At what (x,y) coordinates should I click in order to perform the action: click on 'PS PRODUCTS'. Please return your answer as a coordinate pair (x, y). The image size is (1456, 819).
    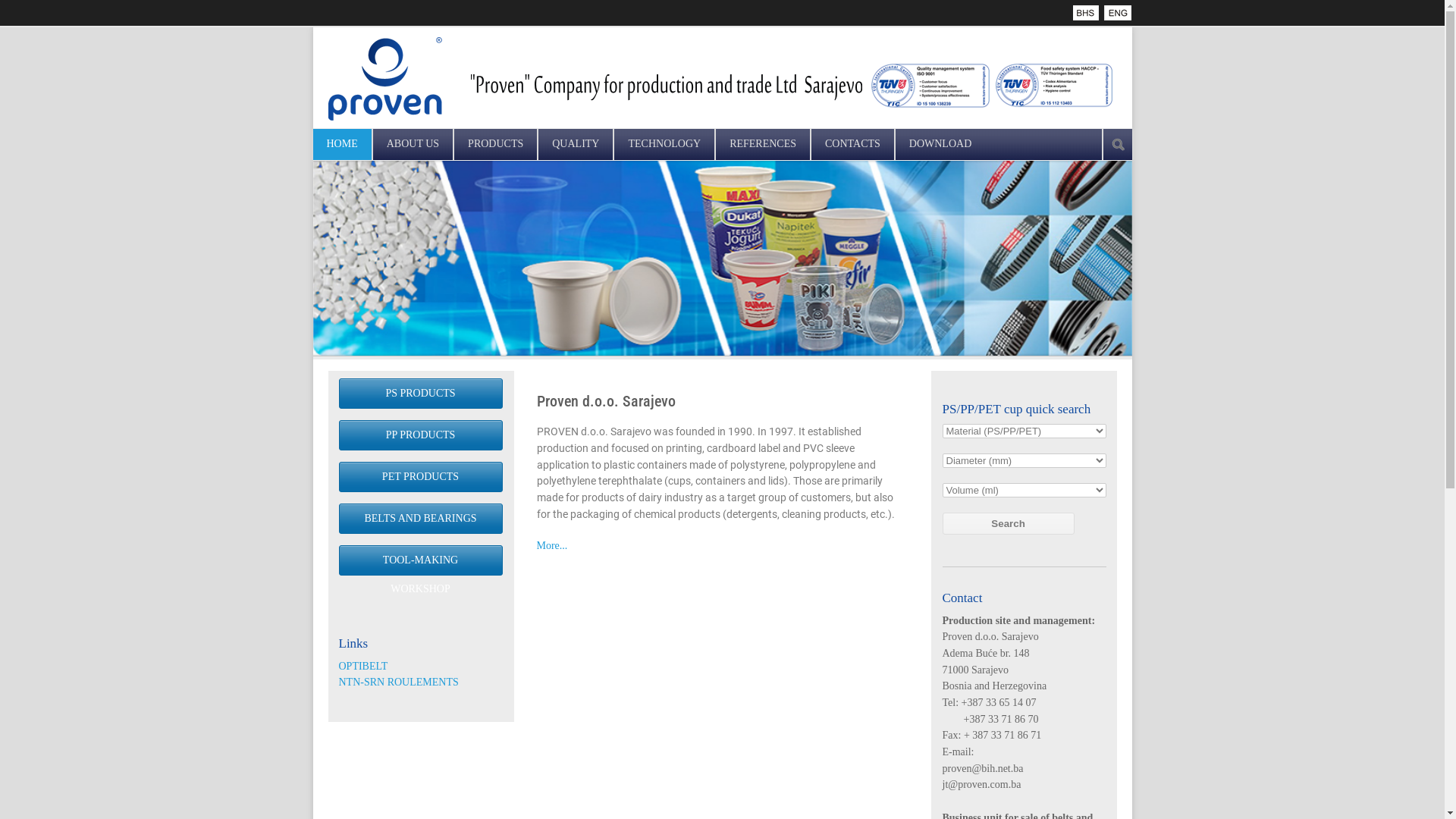
    Looking at the image, I should click on (419, 393).